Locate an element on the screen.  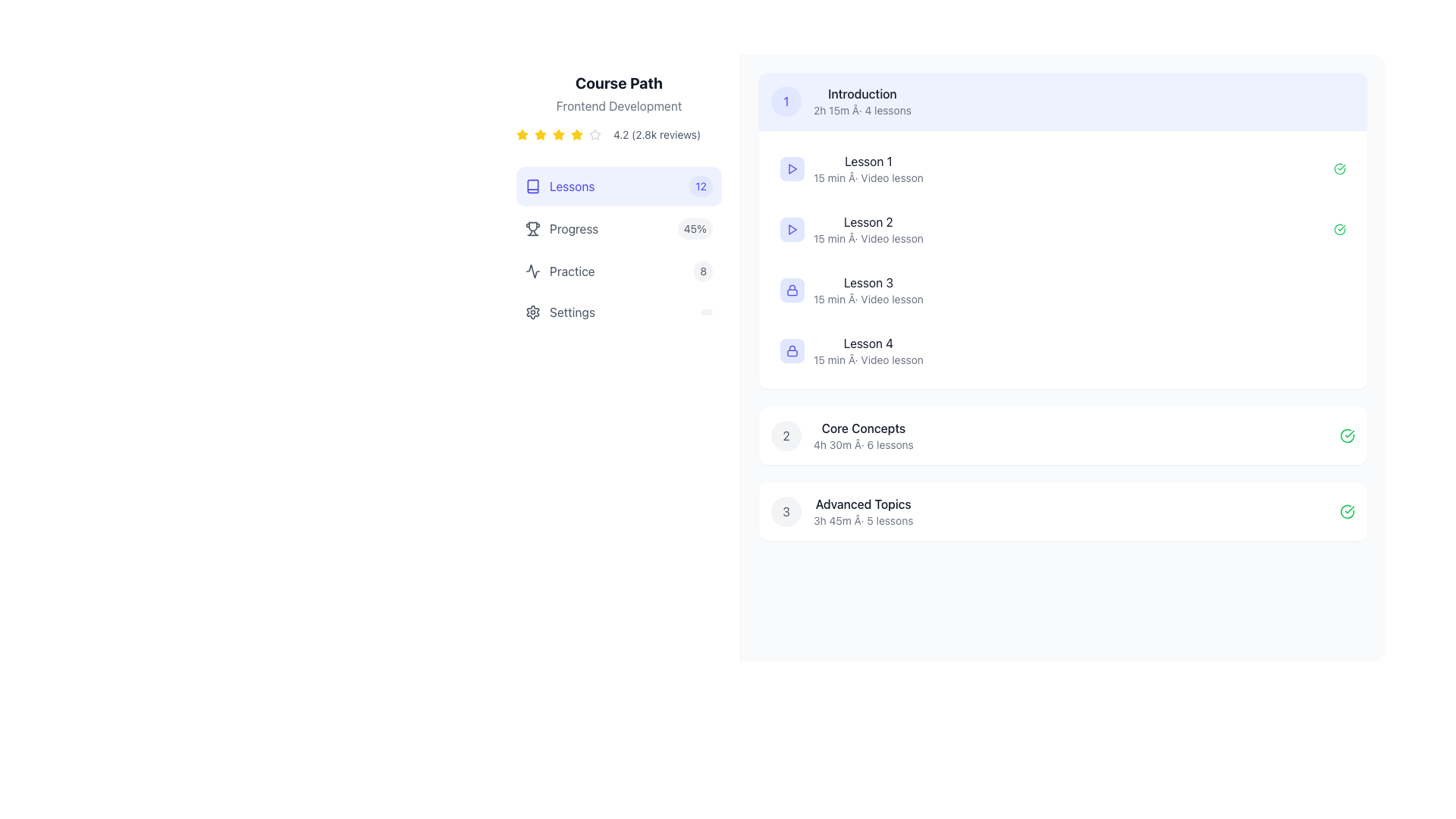
the third star icon in the 5-star rating display system, located above the 'Lessons' label is located at coordinates (558, 133).